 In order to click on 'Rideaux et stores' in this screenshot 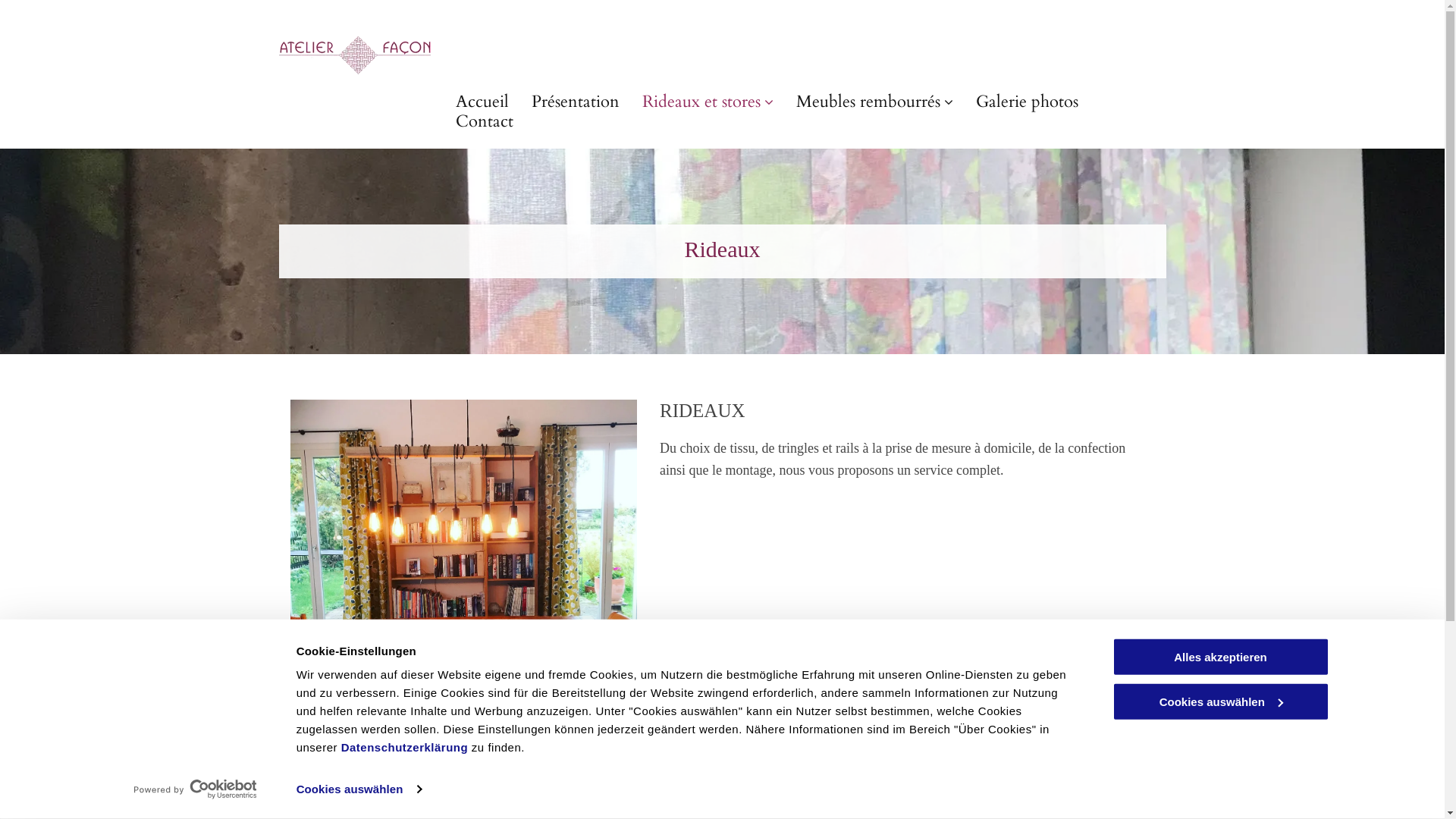, I will do `click(707, 102)`.